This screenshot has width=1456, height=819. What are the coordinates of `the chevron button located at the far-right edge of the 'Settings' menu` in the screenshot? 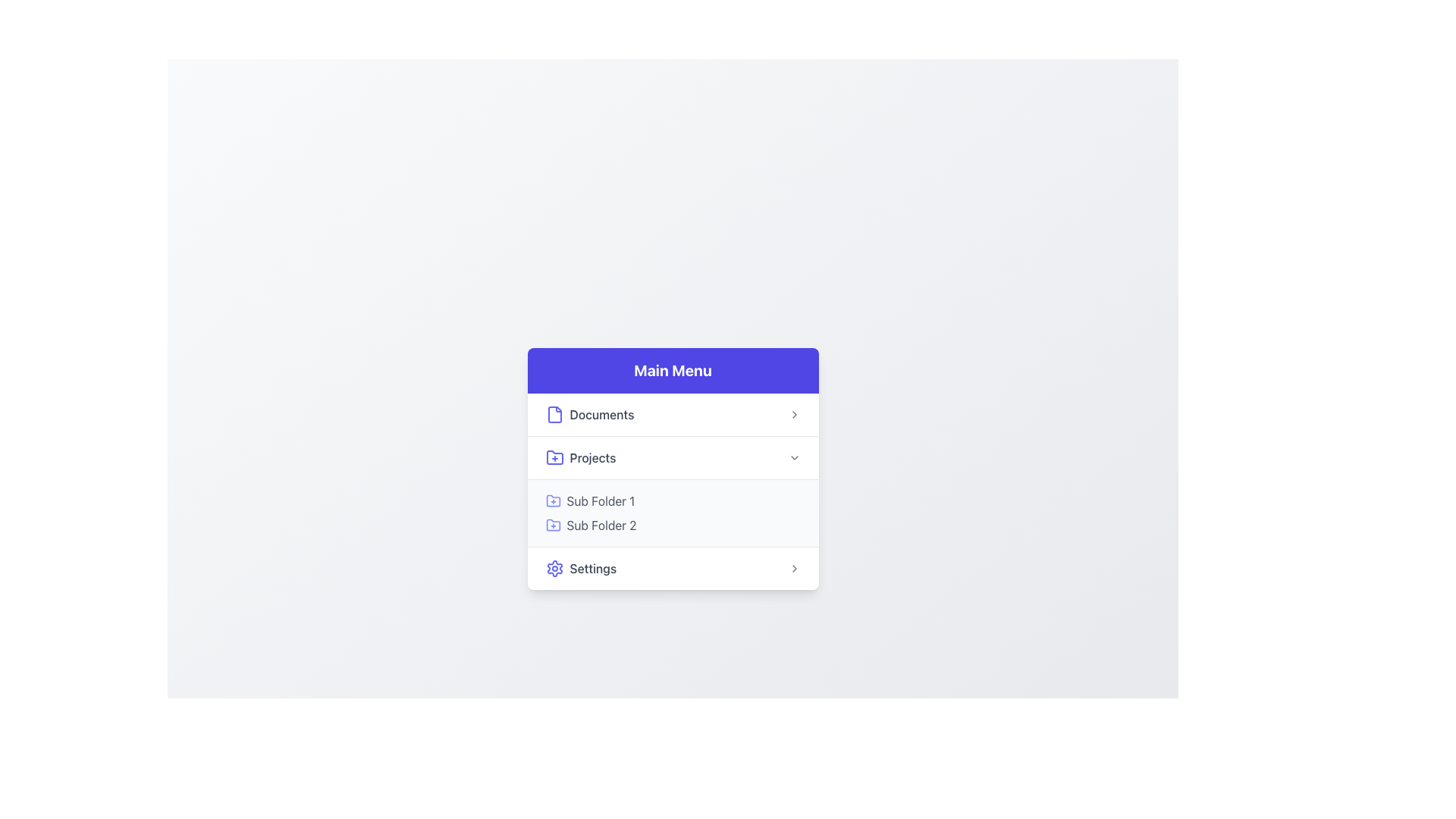 It's located at (793, 568).